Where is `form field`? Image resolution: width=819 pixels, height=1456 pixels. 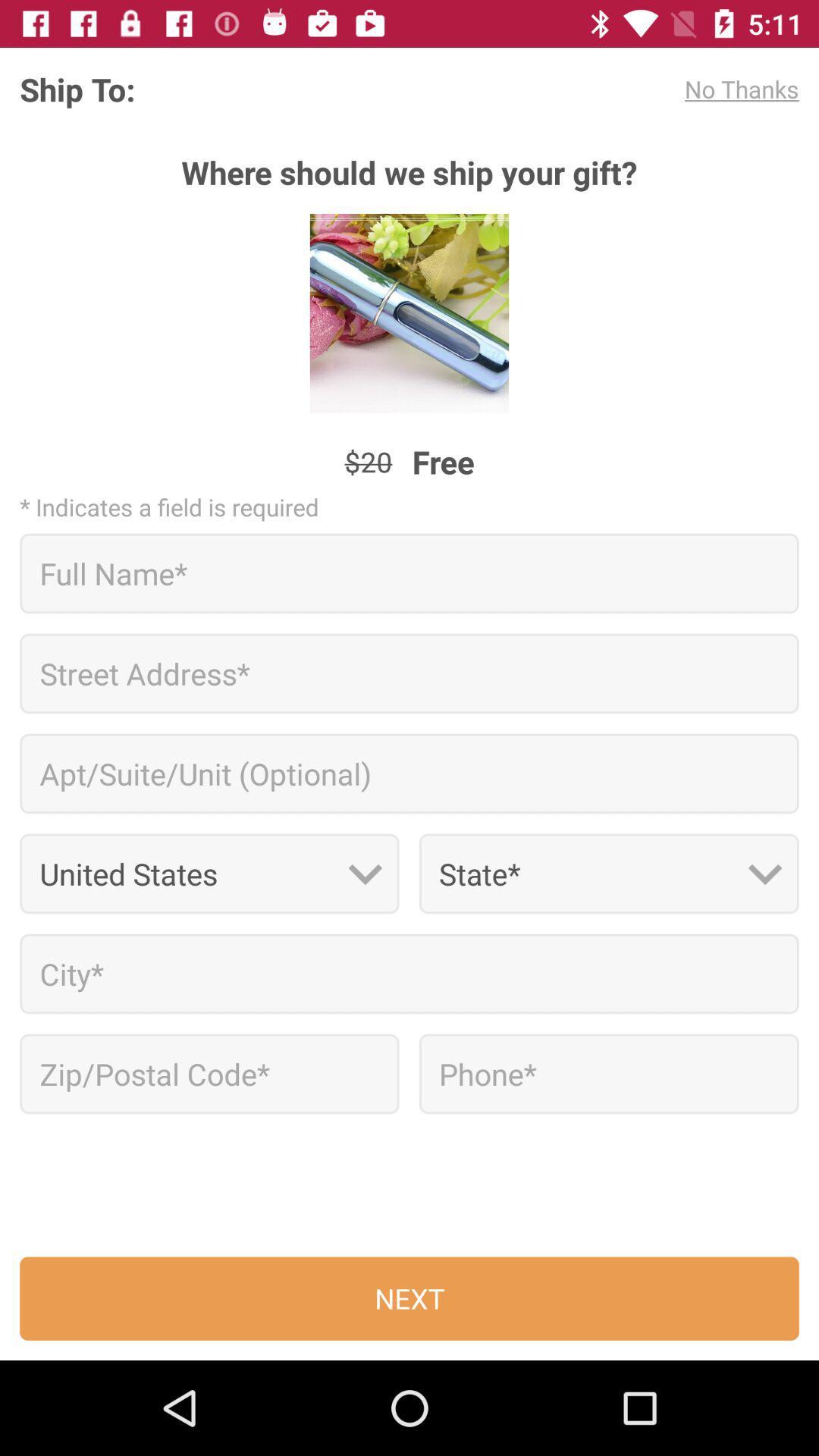
form field is located at coordinates (409, 974).